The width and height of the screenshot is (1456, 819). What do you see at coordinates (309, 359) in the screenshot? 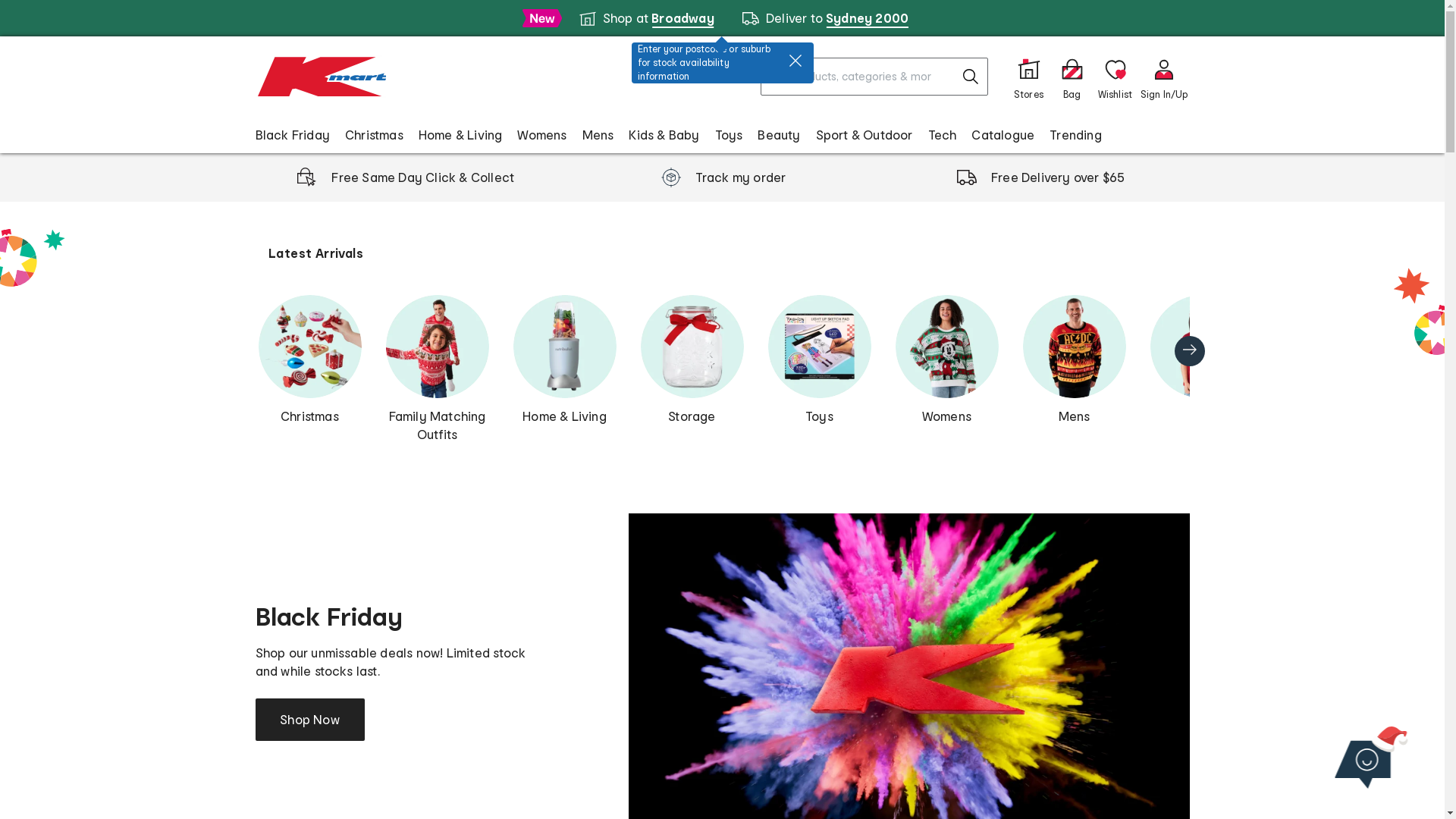
I see `'Christmas'` at bounding box center [309, 359].